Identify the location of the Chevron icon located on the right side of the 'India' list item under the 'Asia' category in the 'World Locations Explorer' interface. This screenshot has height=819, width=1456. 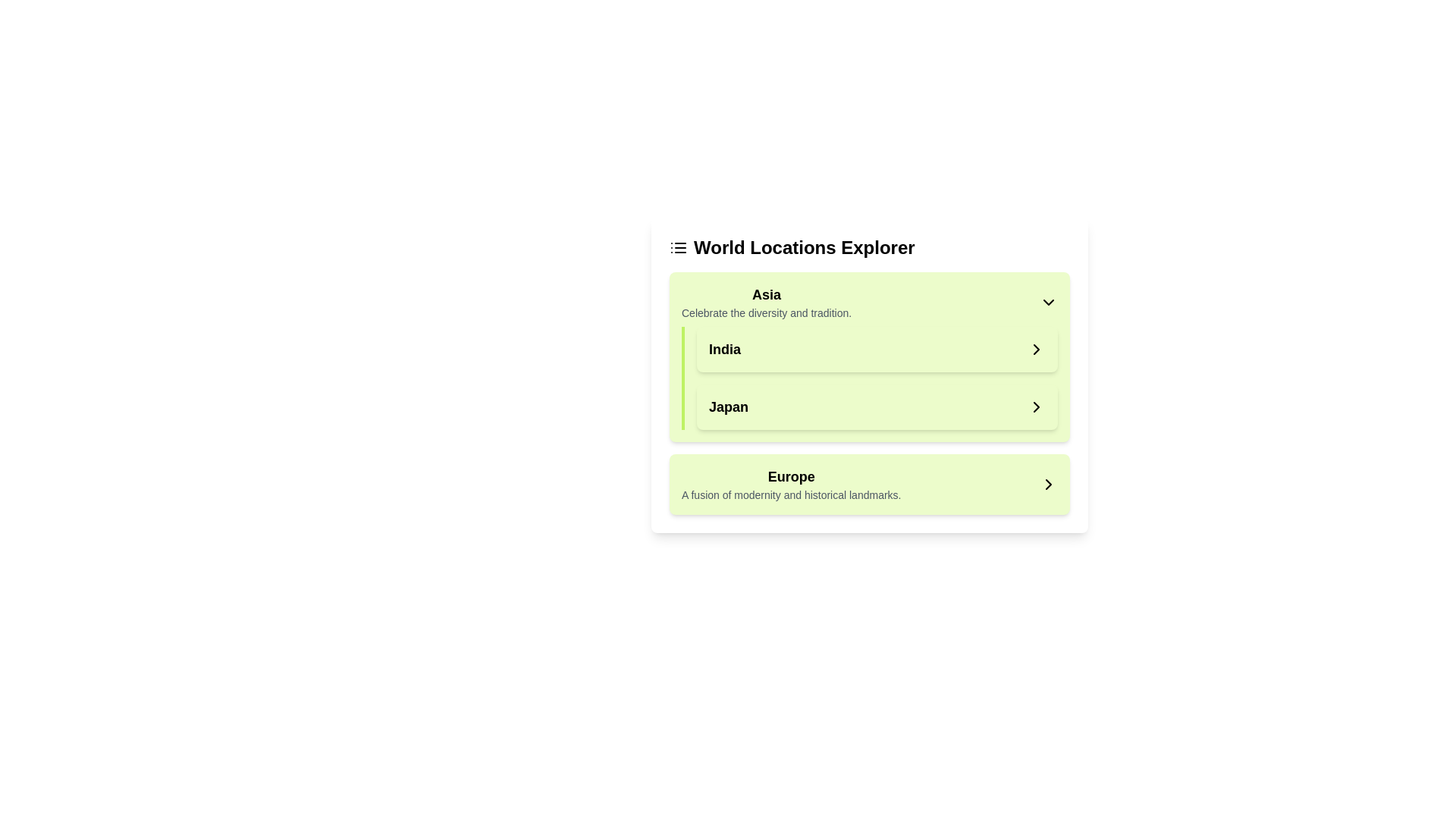
(1036, 350).